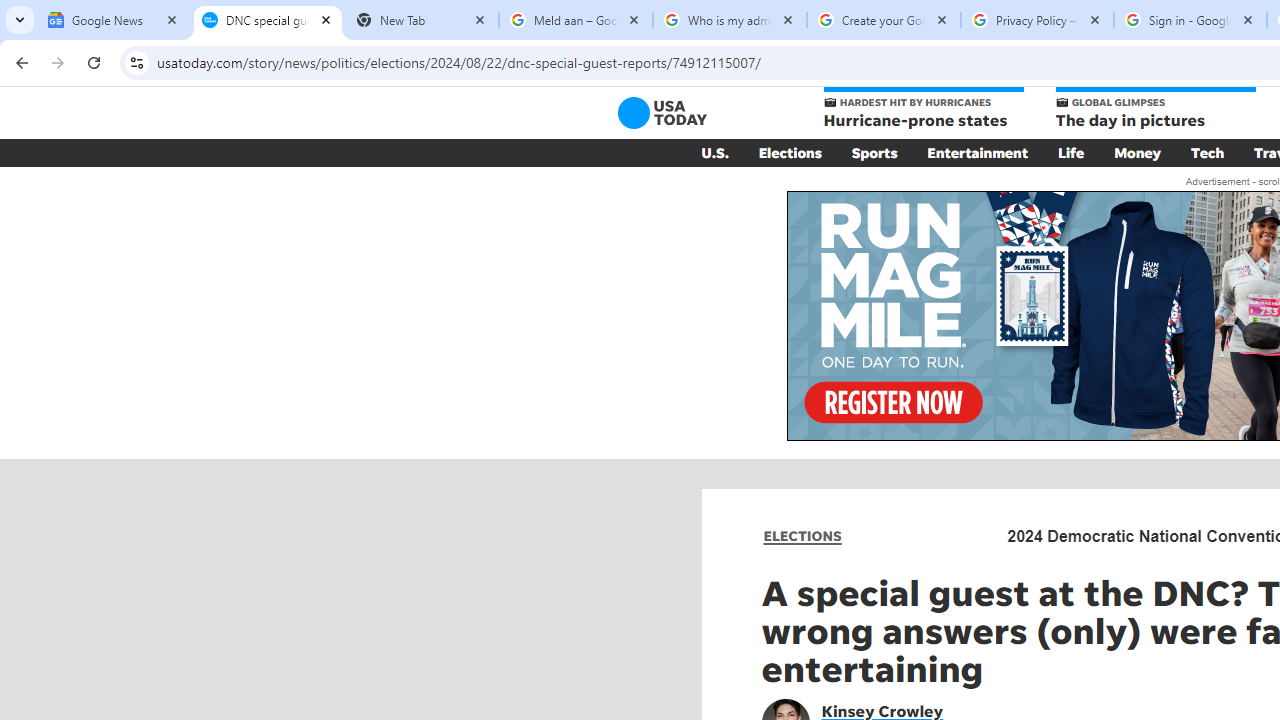 Image resolution: width=1280 pixels, height=720 pixels. What do you see at coordinates (788, 152) in the screenshot?
I see `'Elections'` at bounding box center [788, 152].